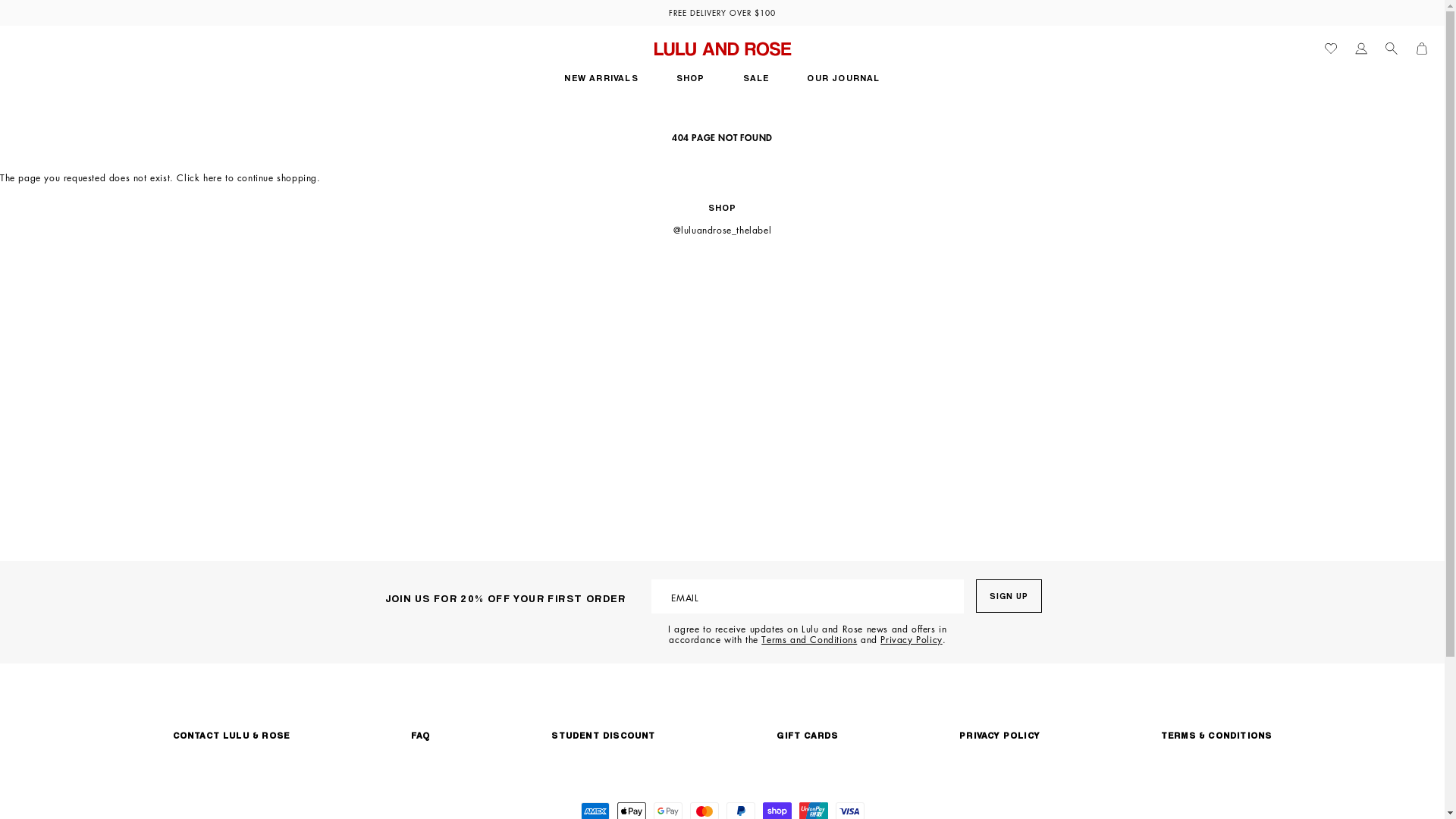  Describe the element at coordinates (808, 639) in the screenshot. I see `'Terms and Conditions'` at that location.